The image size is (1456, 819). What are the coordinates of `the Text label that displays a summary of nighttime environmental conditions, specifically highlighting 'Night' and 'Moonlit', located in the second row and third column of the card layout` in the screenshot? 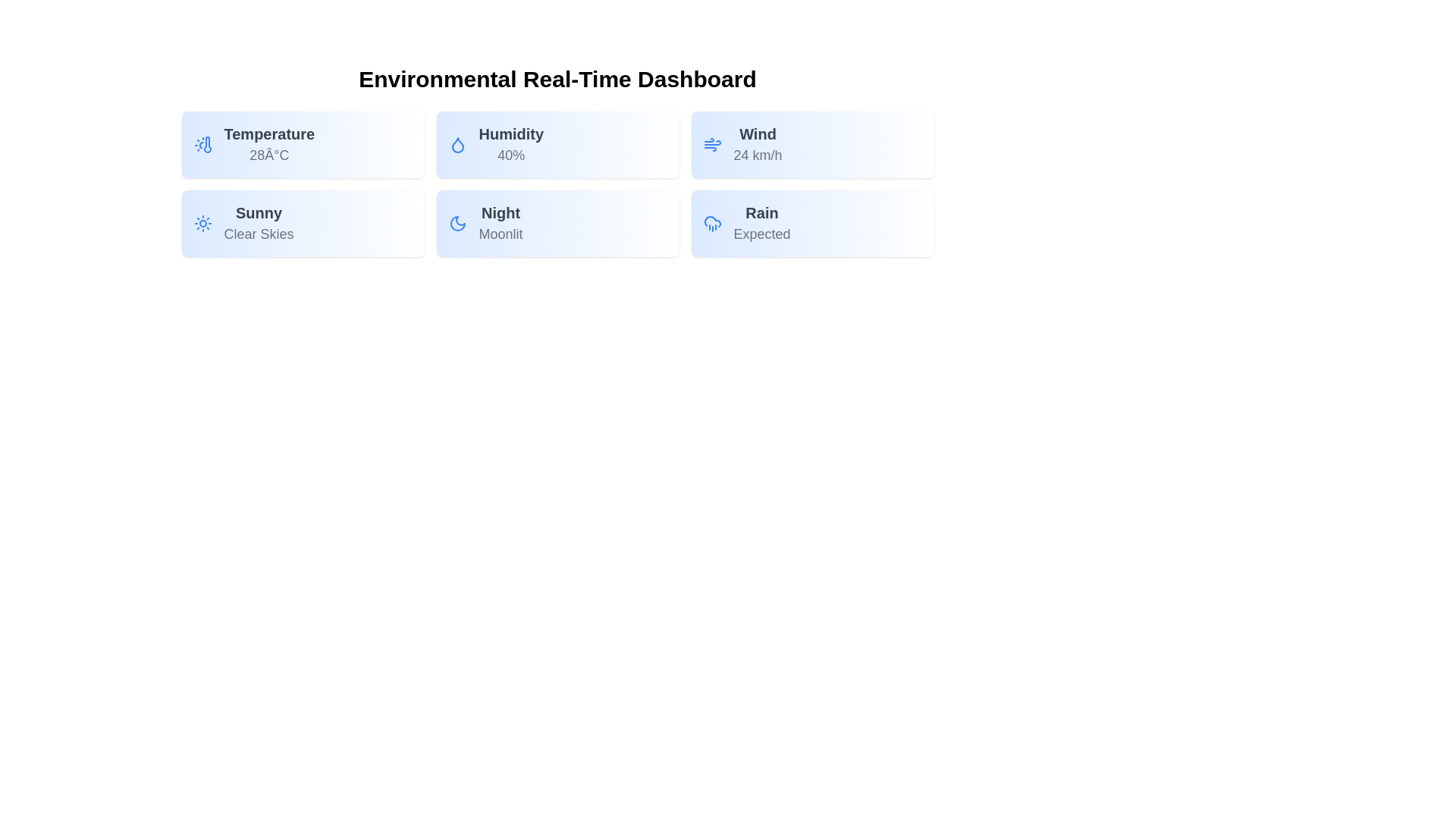 It's located at (500, 223).